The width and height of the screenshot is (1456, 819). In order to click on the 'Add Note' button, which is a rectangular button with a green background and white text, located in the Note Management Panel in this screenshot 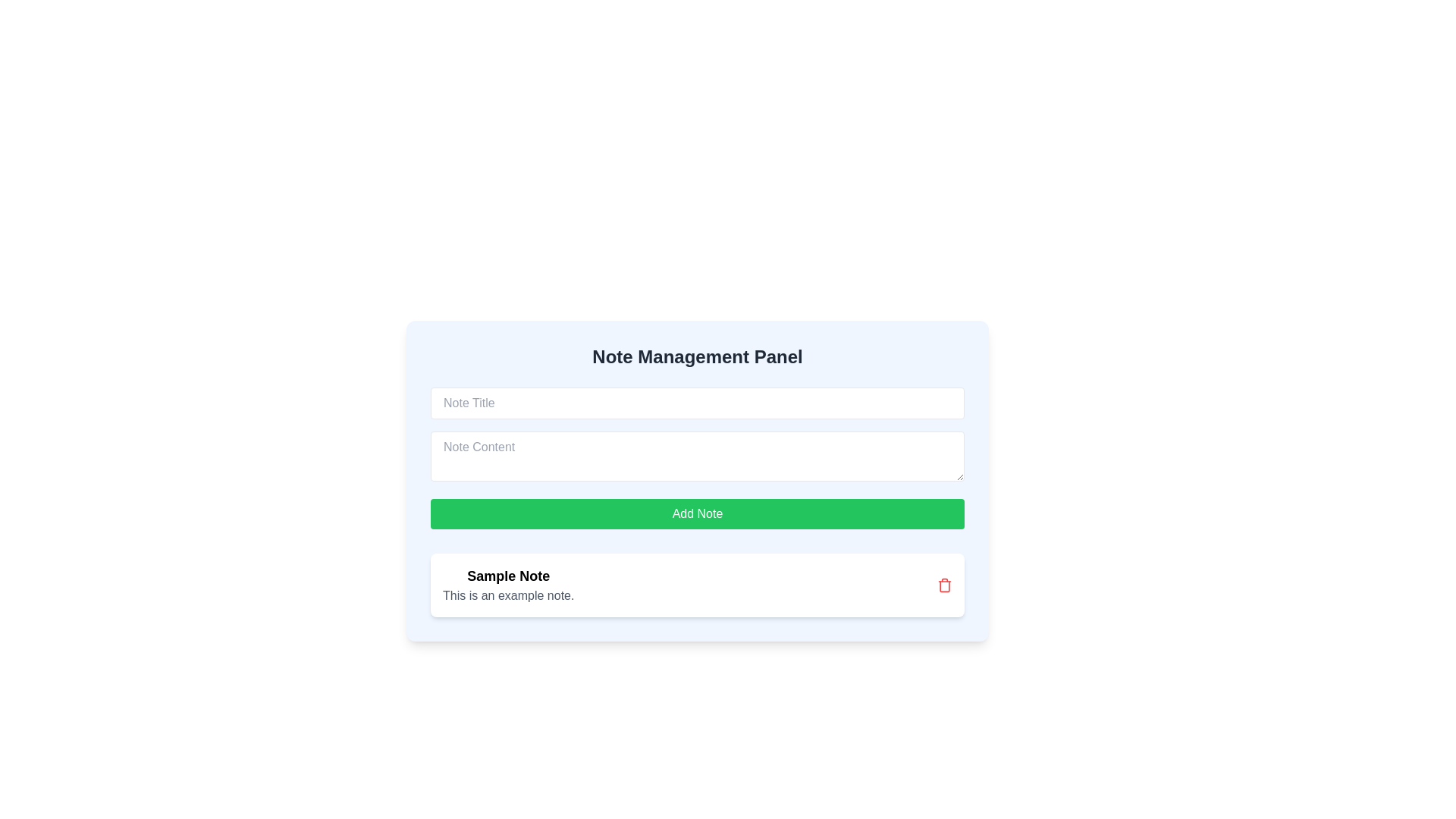, I will do `click(697, 513)`.